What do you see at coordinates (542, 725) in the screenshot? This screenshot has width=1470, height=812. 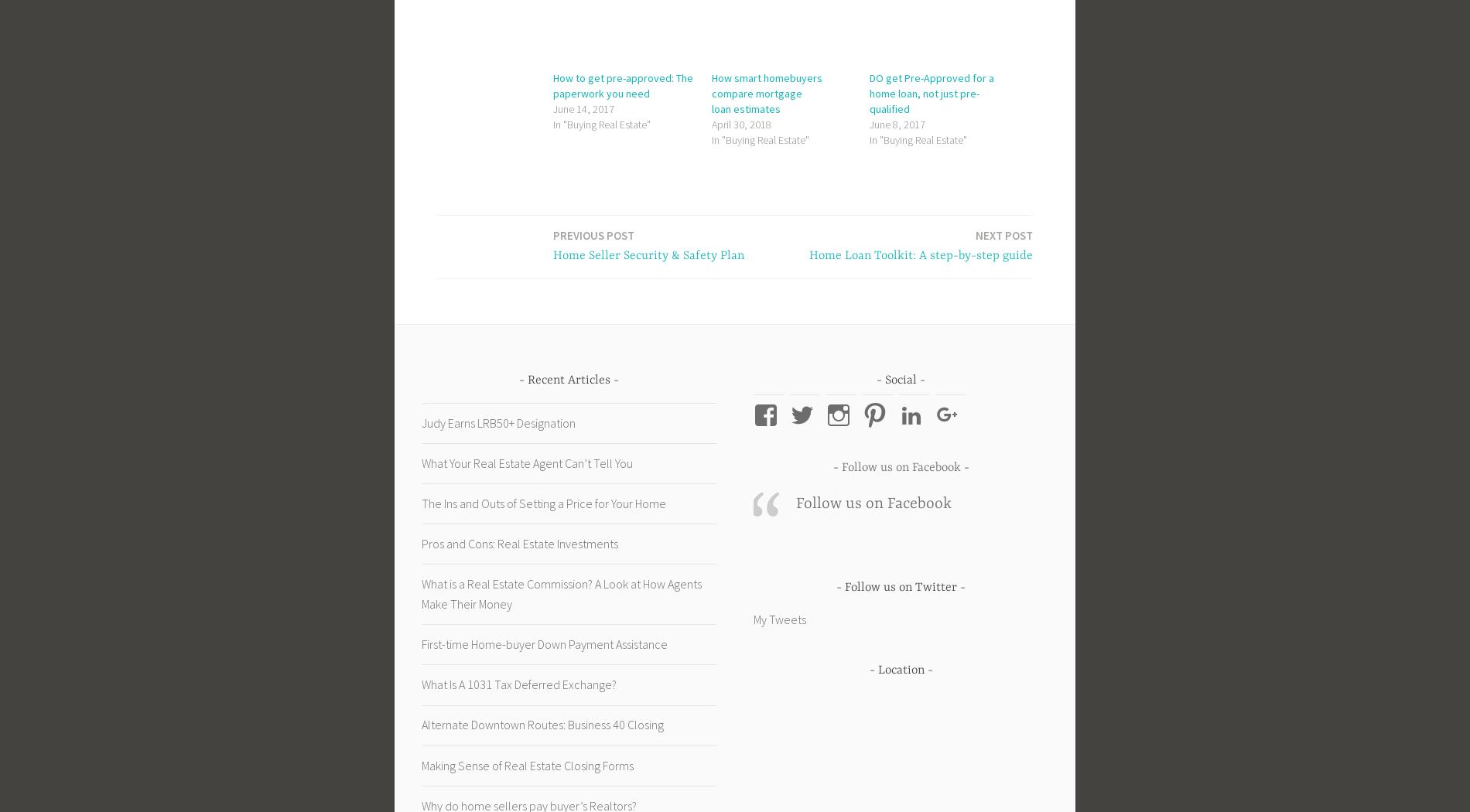 I see `'Alternate Downtown Routes: Business 40 Closing'` at bounding box center [542, 725].